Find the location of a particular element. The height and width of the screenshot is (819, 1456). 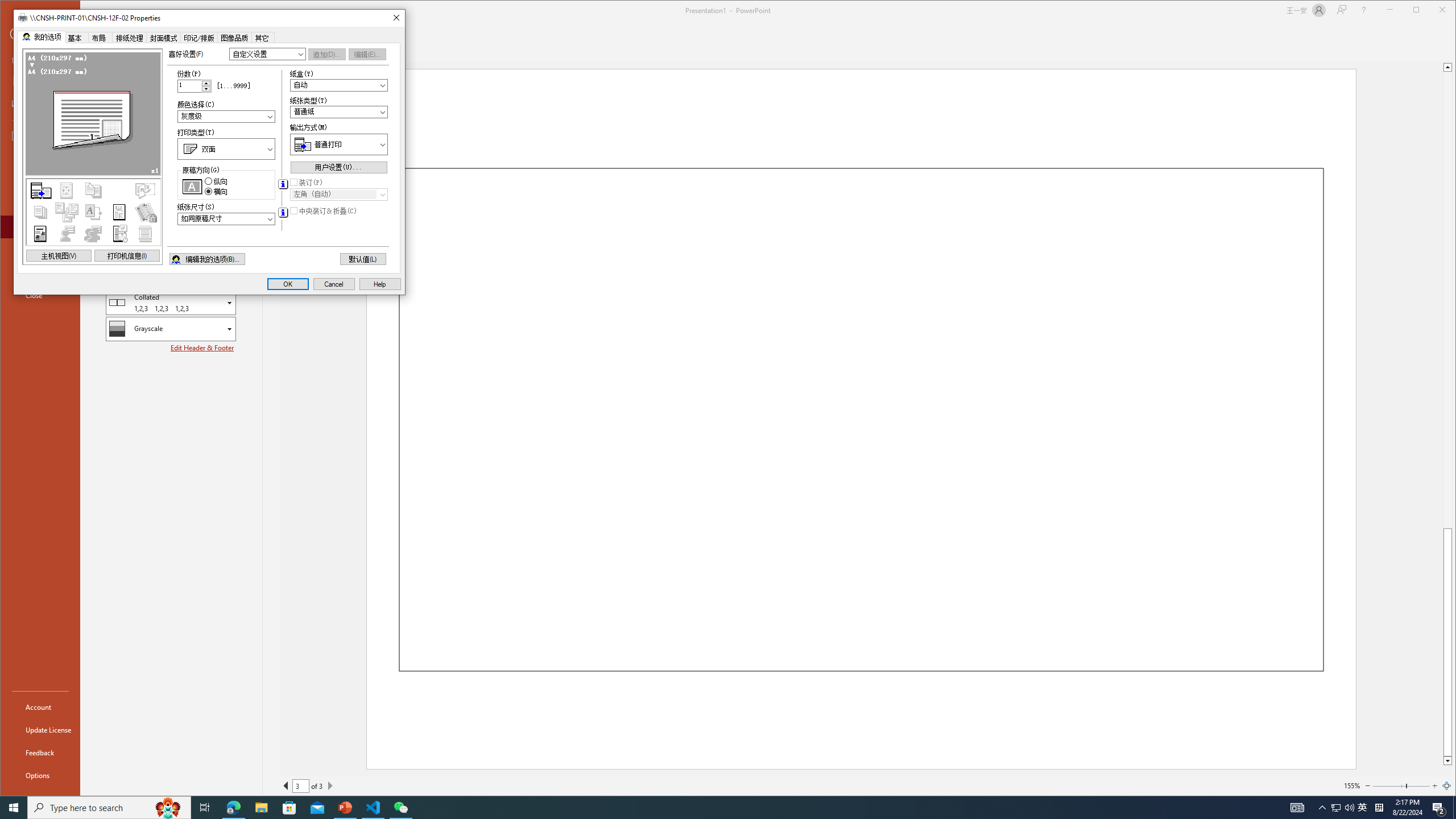

'Maximize' is located at coordinates (1433, 11).